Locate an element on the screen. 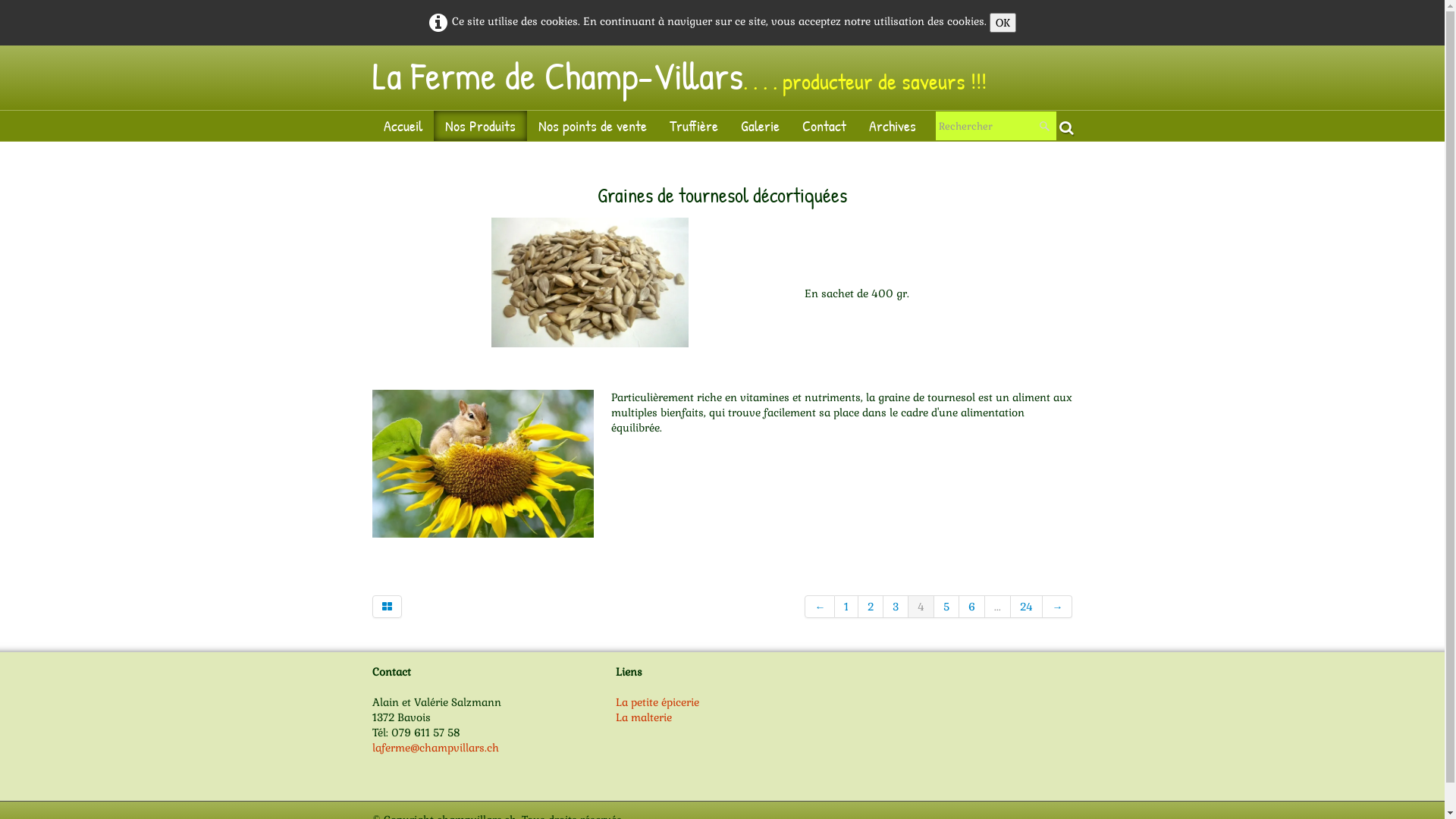  'Contact' is located at coordinates (822, 124).